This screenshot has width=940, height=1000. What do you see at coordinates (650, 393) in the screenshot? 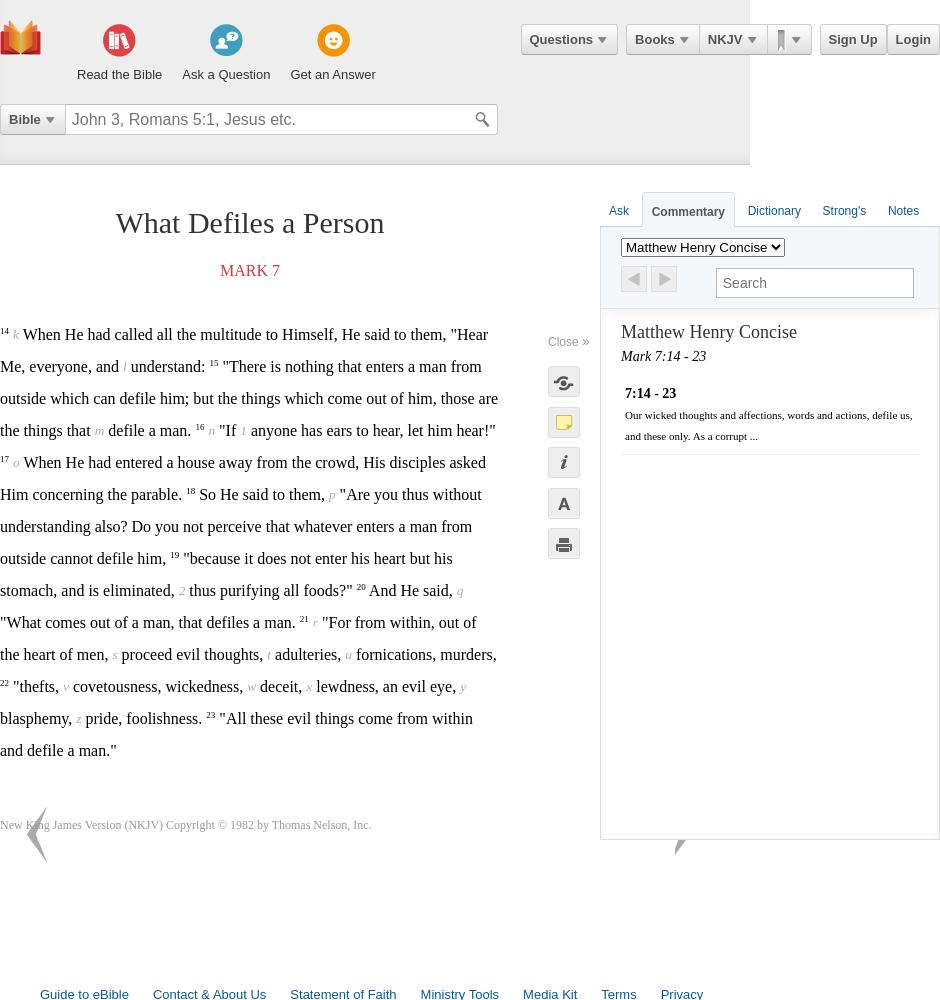
I see `'7:14 - 23'` at bounding box center [650, 393].